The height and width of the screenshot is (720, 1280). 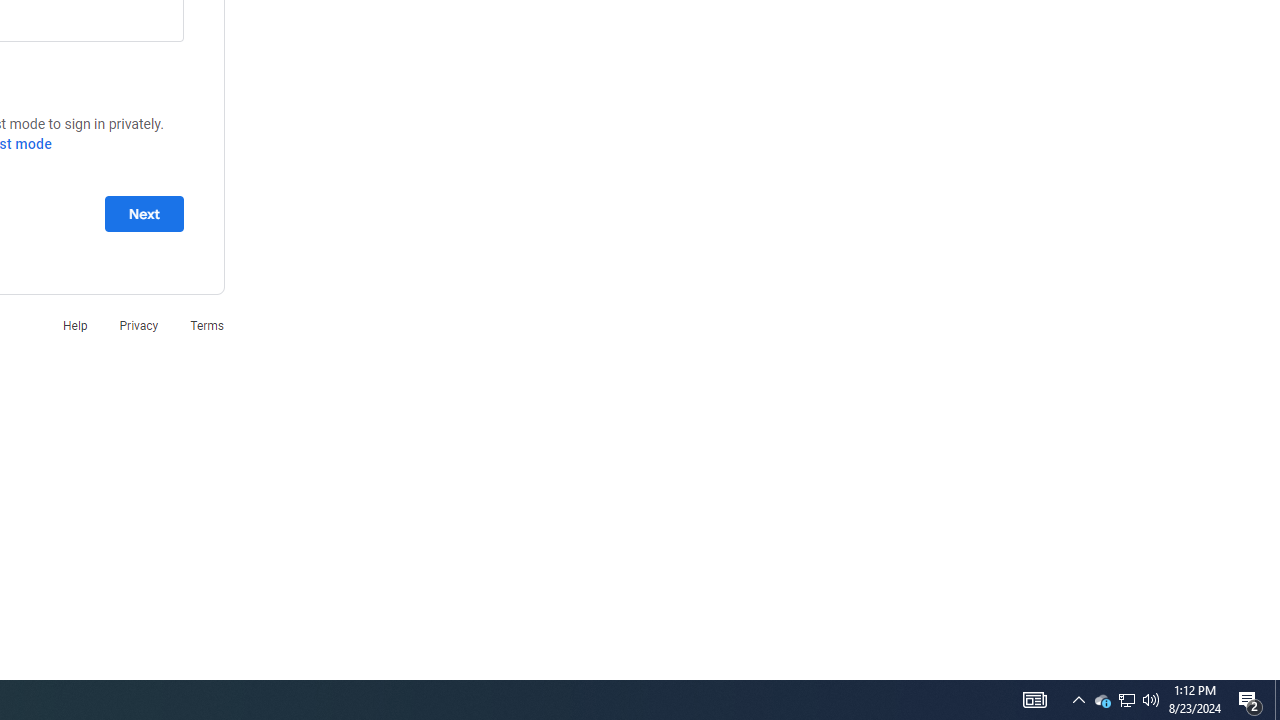 What do you see at coordinates (1078, 698) in the screenshot?
I see `'Notification Chevron'` at bounding box center [1078, 698].